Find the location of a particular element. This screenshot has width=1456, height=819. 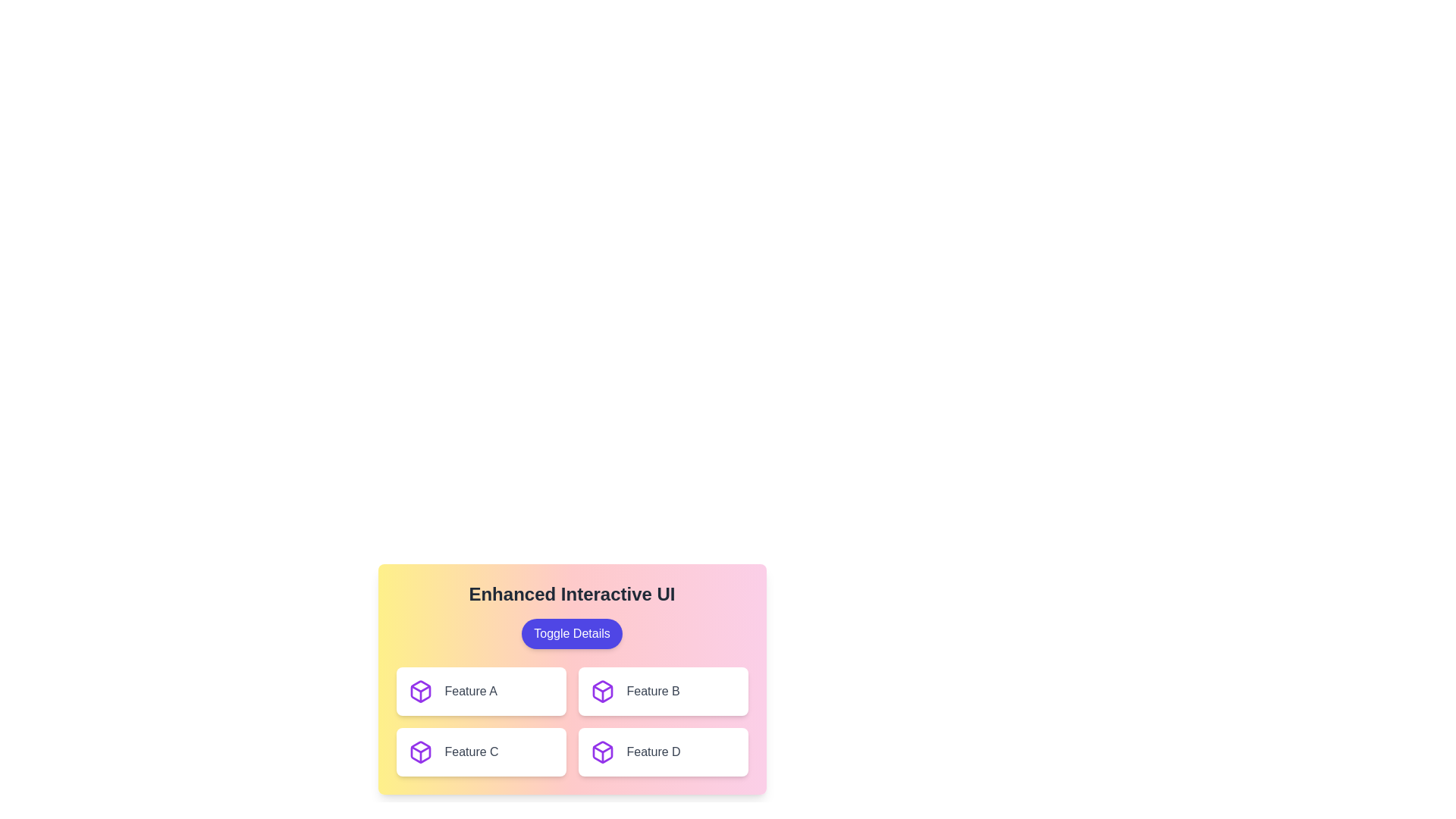

Interactive card labeled 'Feature C' located in the bottom-left quadrant of the grid under 'Enhanced Interactive UI' is located at coordinates (480, 752).